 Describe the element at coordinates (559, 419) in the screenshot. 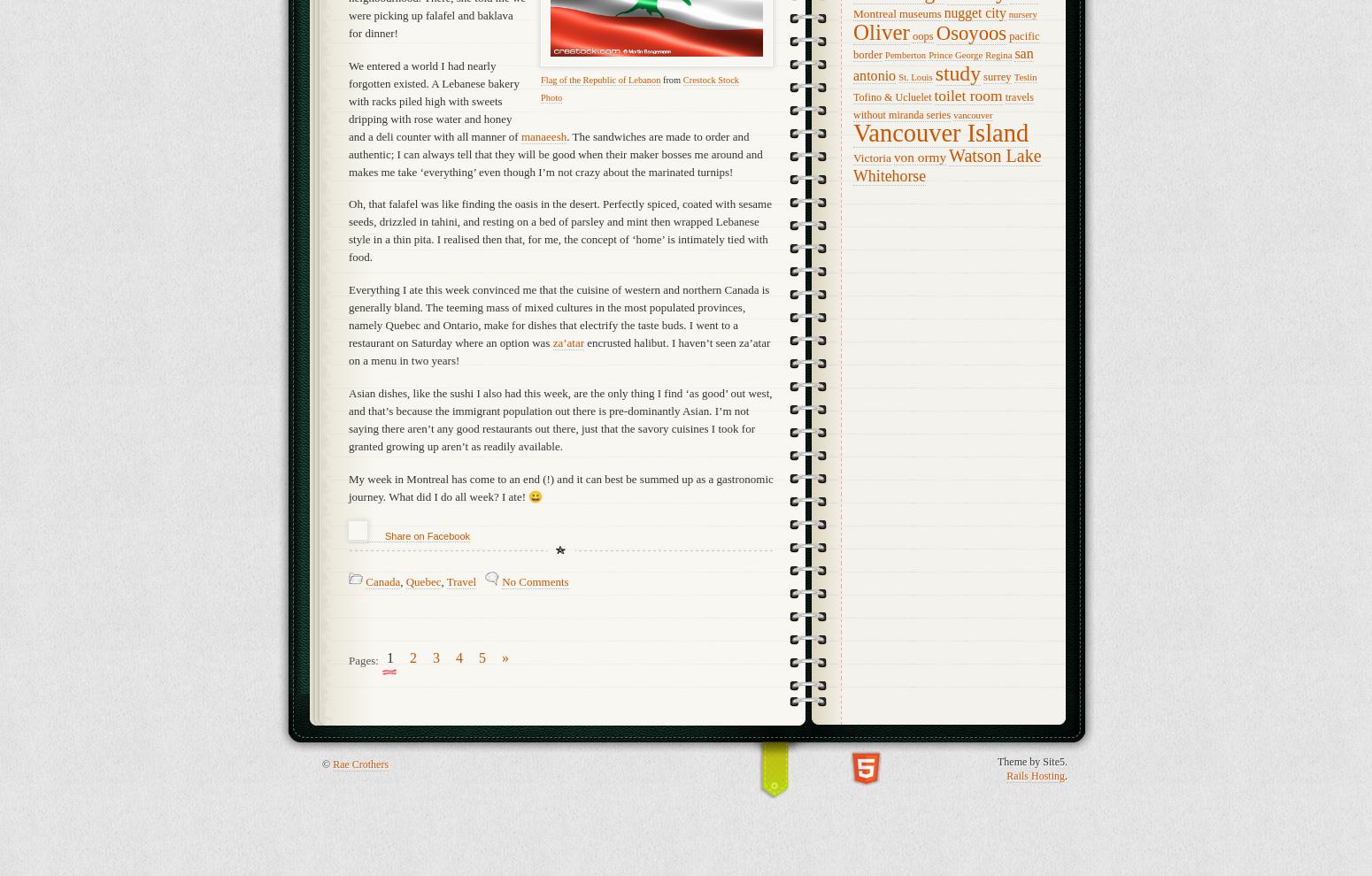

I see `'Asian dishes, like the sushi I also had this week, are the only thing I find ‘as good’ out west, and that’s because the immigrant population out there is pre-dominantly Asian. I’m not saying there aren’t any good restaurants out there, just that the savory cuisines I took for granted growing up aren’t as readily available.'` at that location.